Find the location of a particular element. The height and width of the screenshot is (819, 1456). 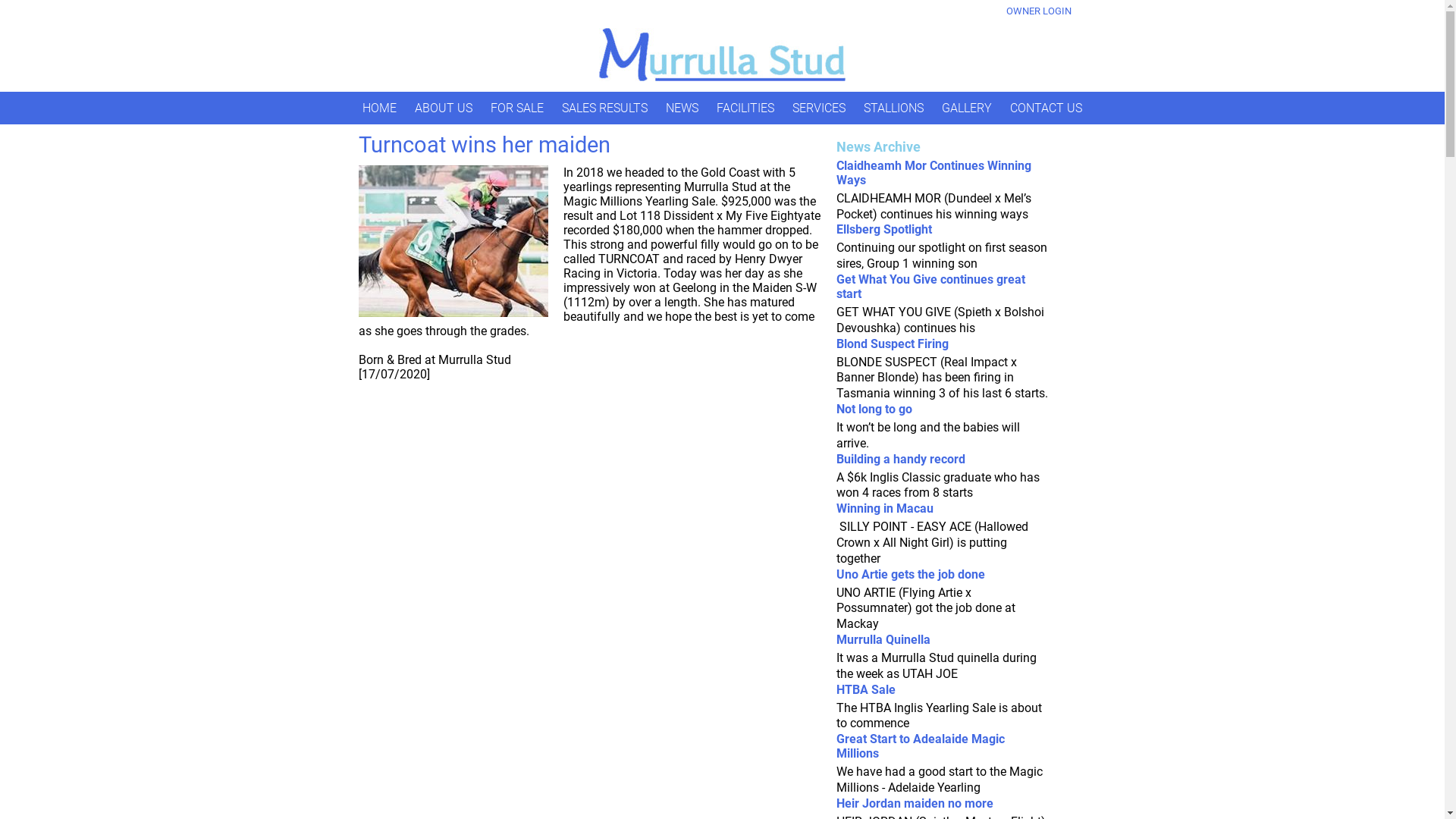

'Ellsberg Spotlight' is located at coordinates (883, 229).